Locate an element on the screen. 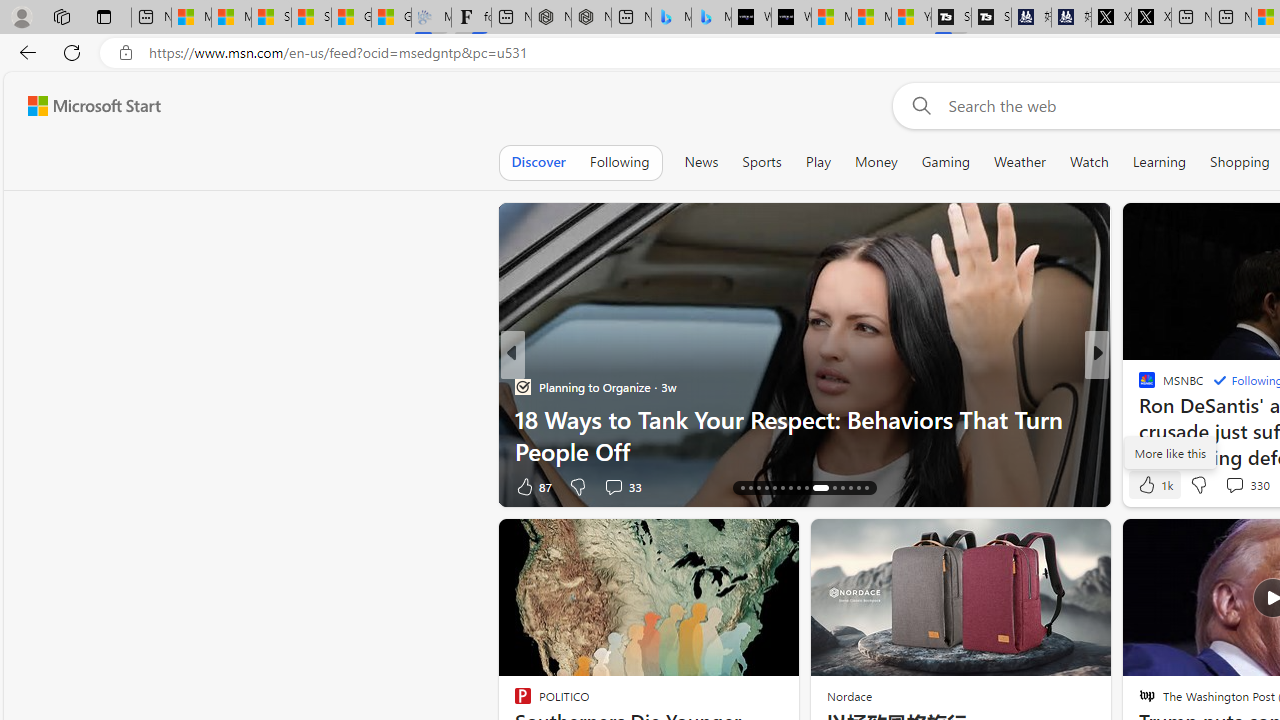 Image resolution: width=1280 pixels, height=720 pixels. 'View comments 33 Comment' is located at coordinates (621, 486).